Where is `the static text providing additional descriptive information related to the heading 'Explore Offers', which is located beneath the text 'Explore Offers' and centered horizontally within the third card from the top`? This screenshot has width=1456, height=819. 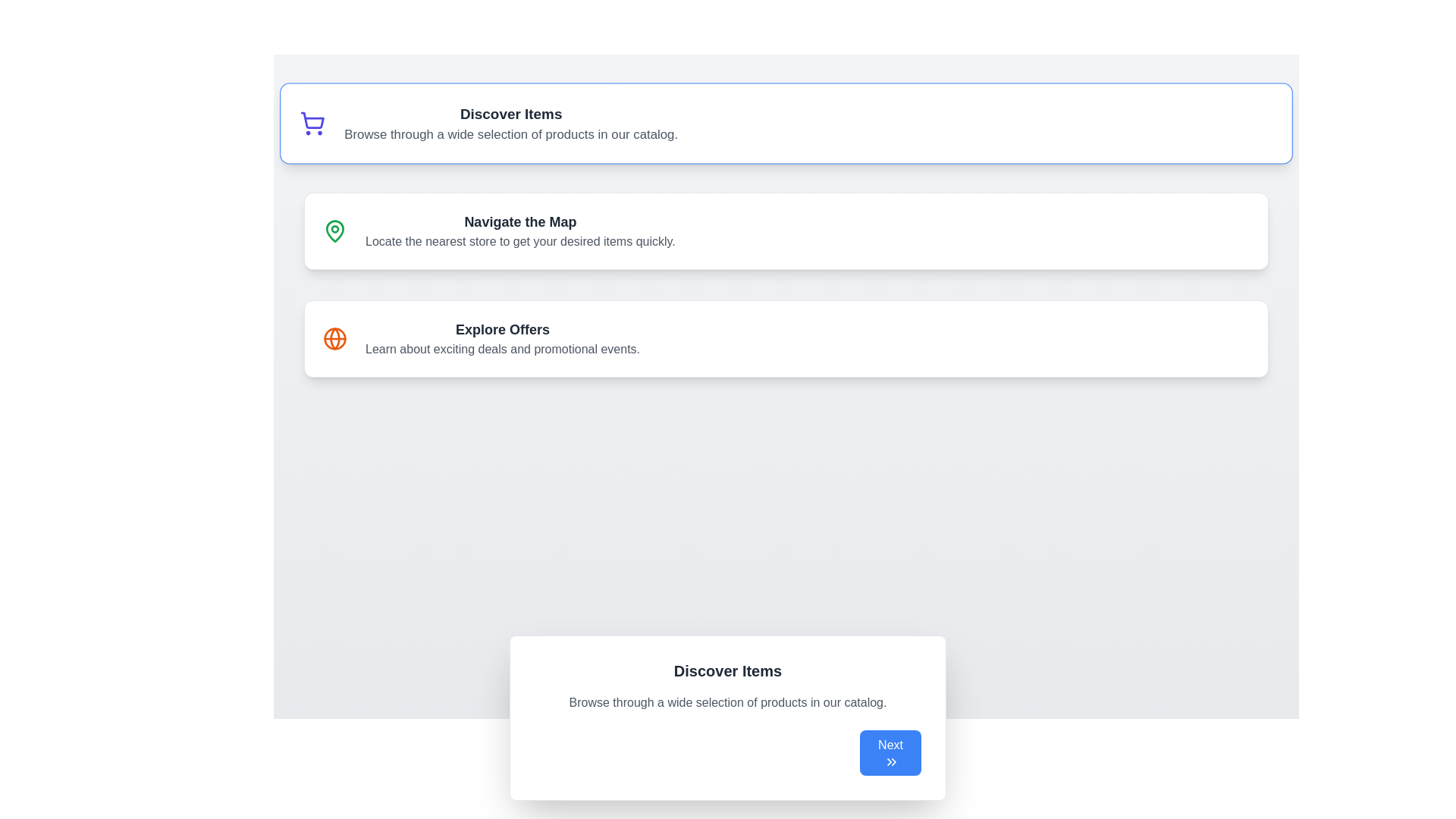 the static text providing additional descriptive information related to the heading 'Explore Offers', which is located beneath the text 'Explore Offers' and centered horizontally within the third card from the top is located at coordinates (502, 350).